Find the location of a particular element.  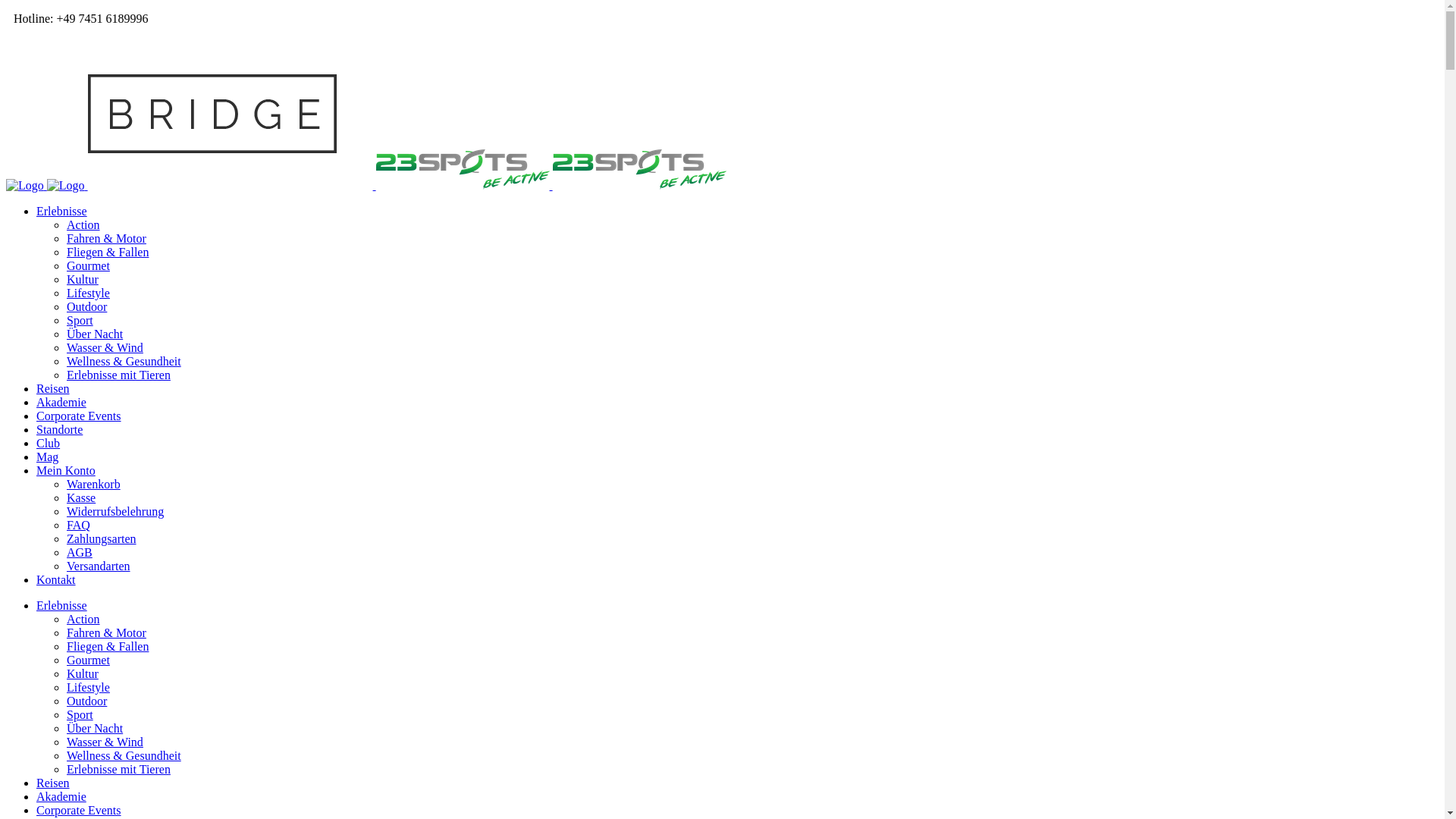

'Kasse' is located at coordinates (80, 497).